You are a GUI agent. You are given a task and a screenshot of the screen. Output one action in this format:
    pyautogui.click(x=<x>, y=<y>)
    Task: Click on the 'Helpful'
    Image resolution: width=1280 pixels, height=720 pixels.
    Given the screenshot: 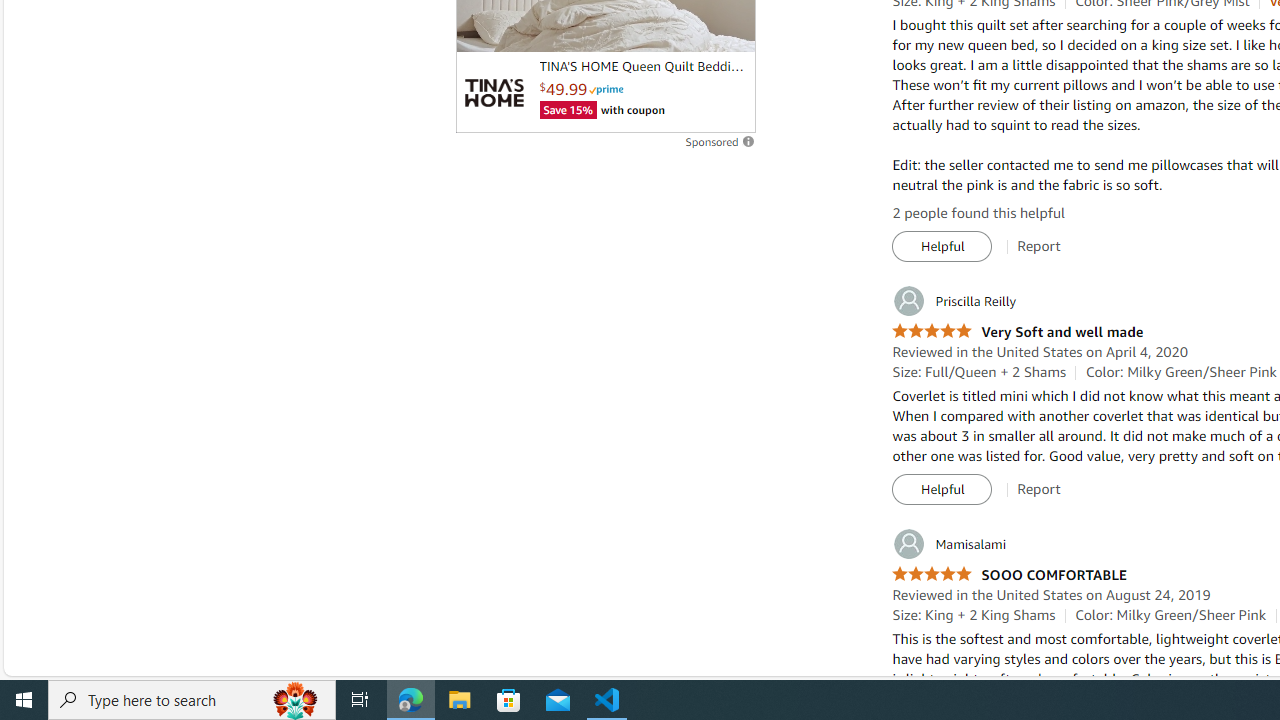 What is the action you would take?
    pyautogui.click(x=941, y=489)
    